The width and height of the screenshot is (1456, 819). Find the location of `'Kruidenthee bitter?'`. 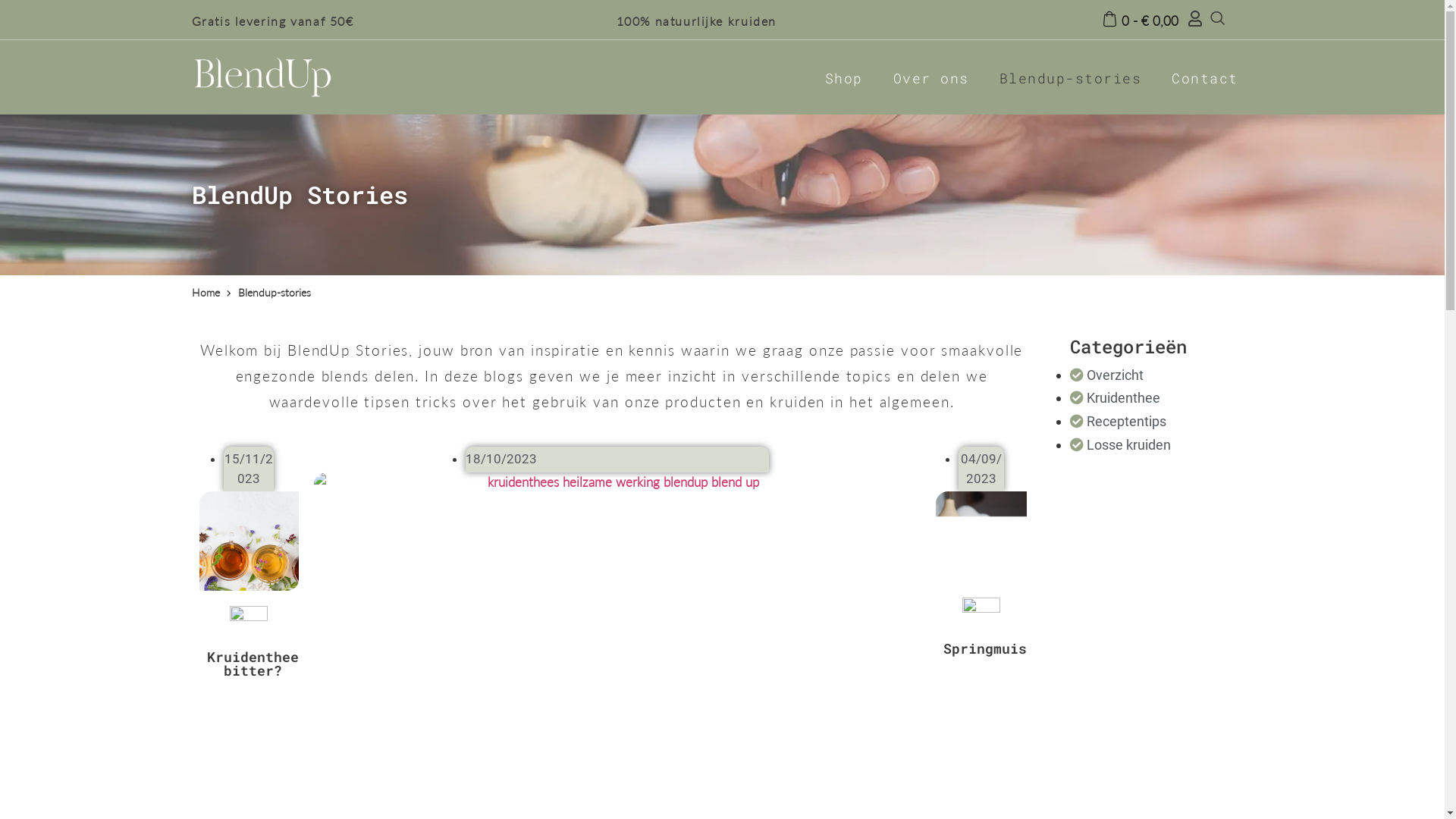

'Kruidenthee bitter?' is located at coordinates (252, 663).